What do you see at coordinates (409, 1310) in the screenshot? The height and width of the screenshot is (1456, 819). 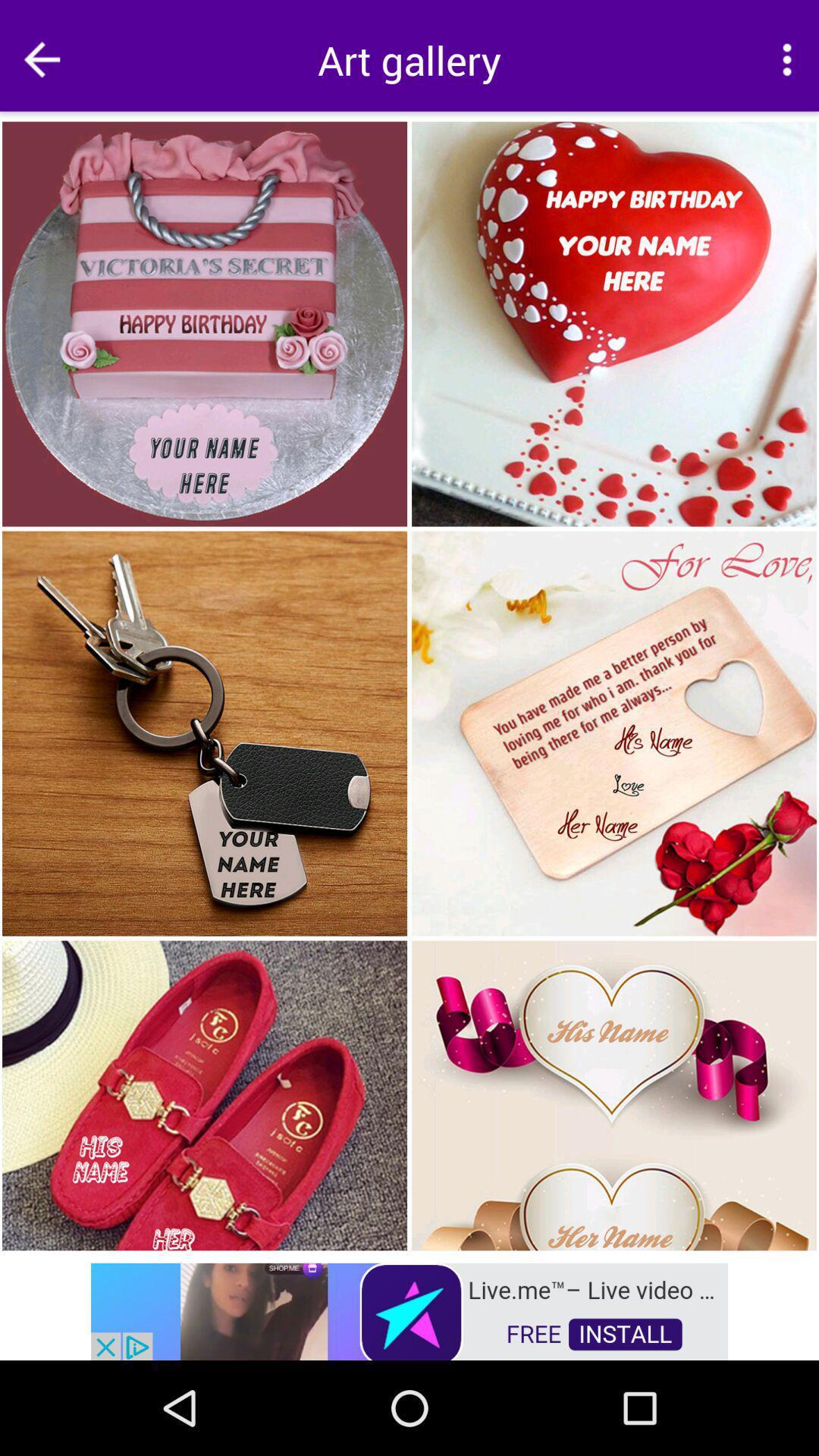 I see `open` at bounding box center [409, 1310].